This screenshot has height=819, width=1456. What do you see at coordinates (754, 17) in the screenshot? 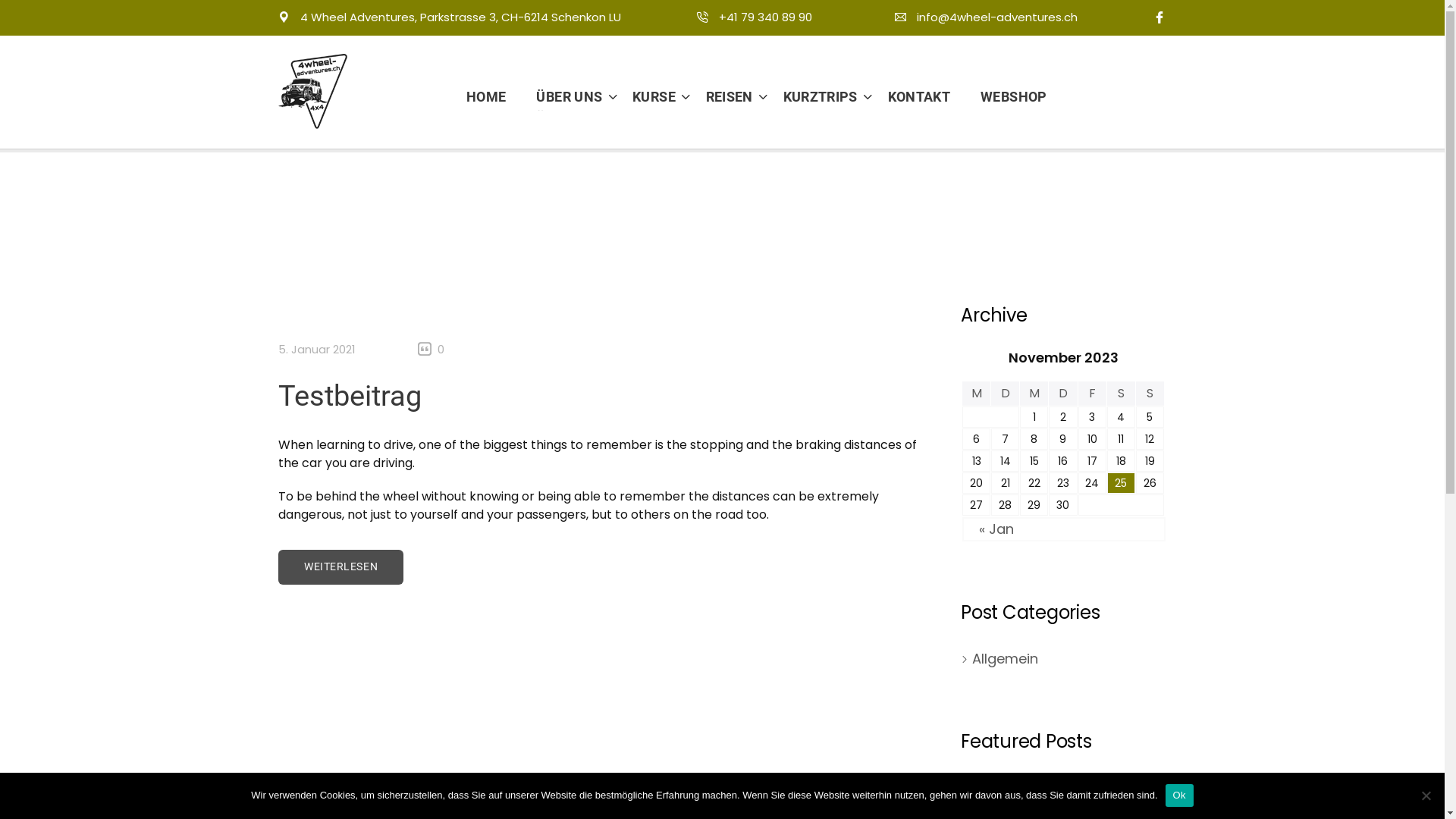
I see `'+41 79 340 89 90'` at bounding box center [754, 17].